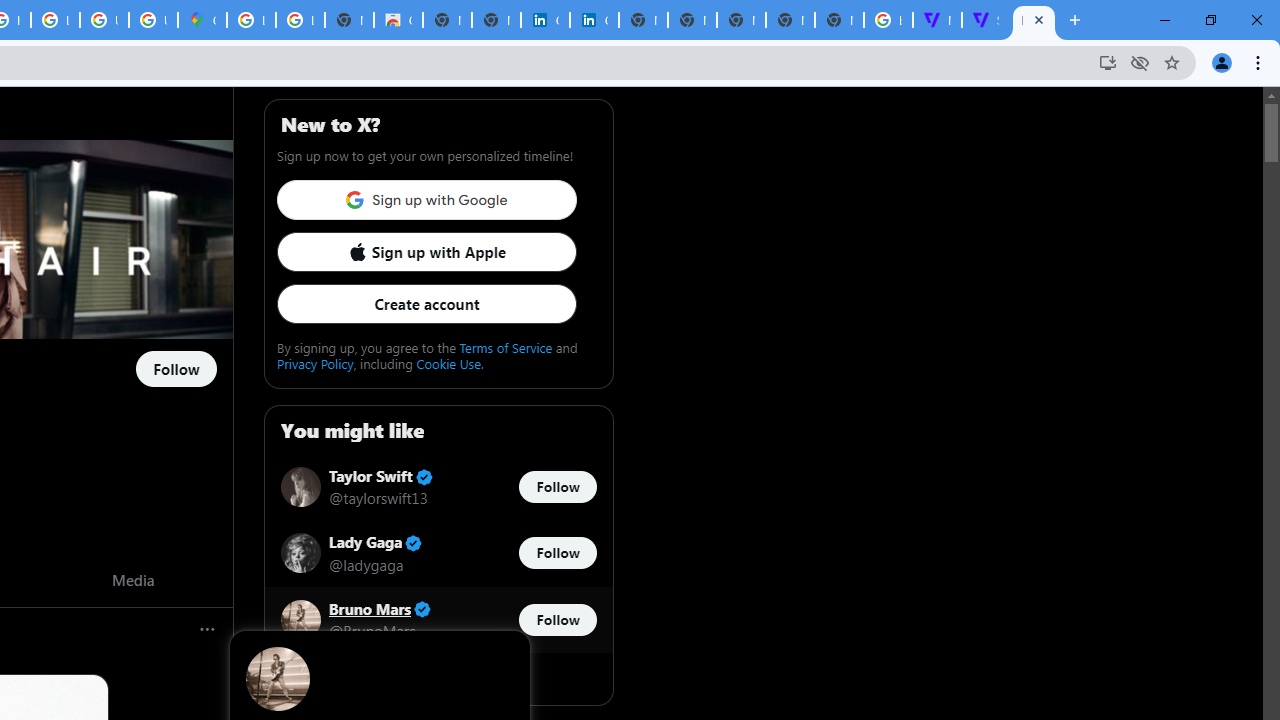 This screenshot has height=720, width=1280. I want to click on 'Follow @taylorswift13', so click(557, 487).